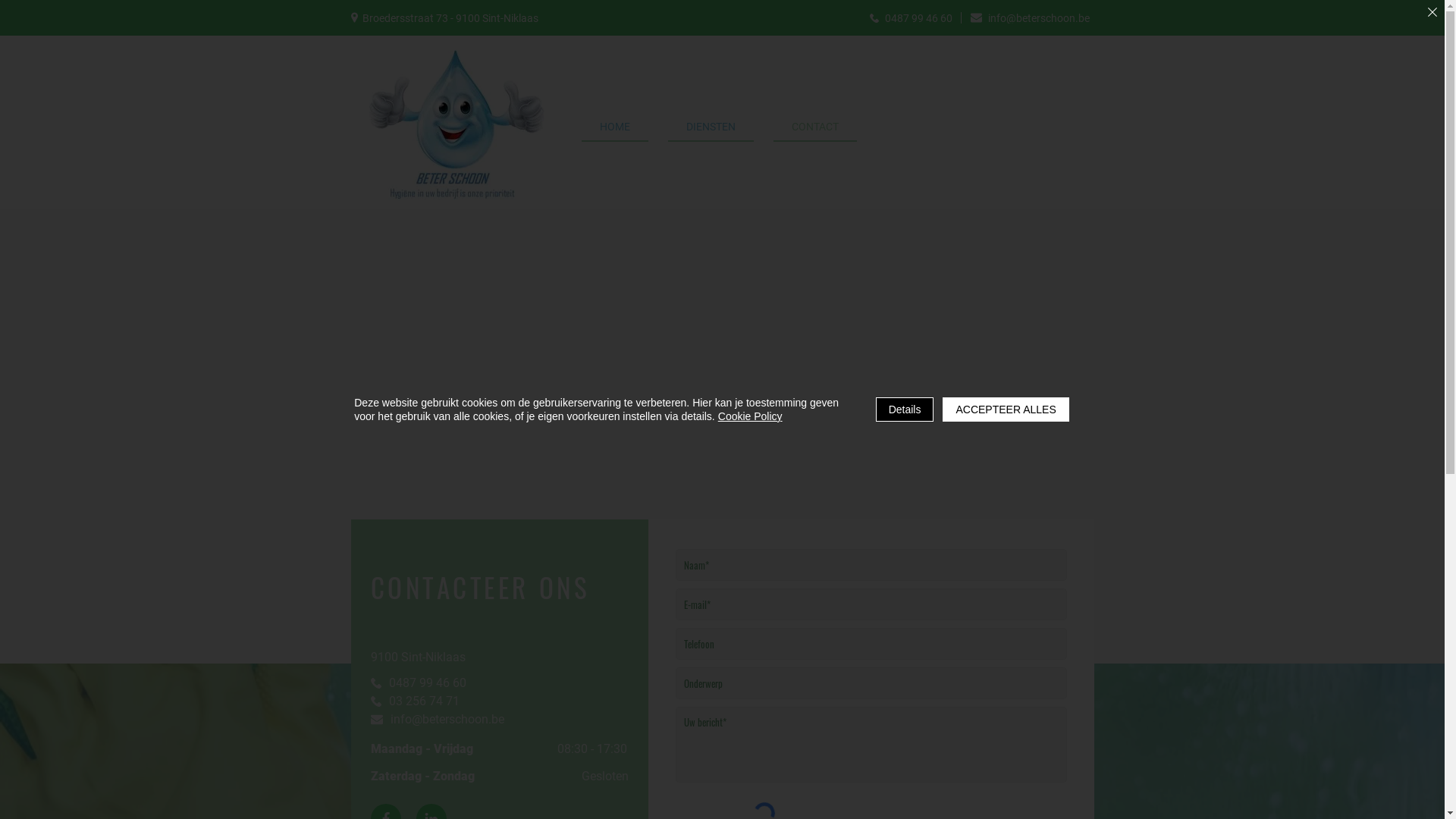 This screenshot has width=1456, height=819. I want to click on 'Details', so click(876, 409).